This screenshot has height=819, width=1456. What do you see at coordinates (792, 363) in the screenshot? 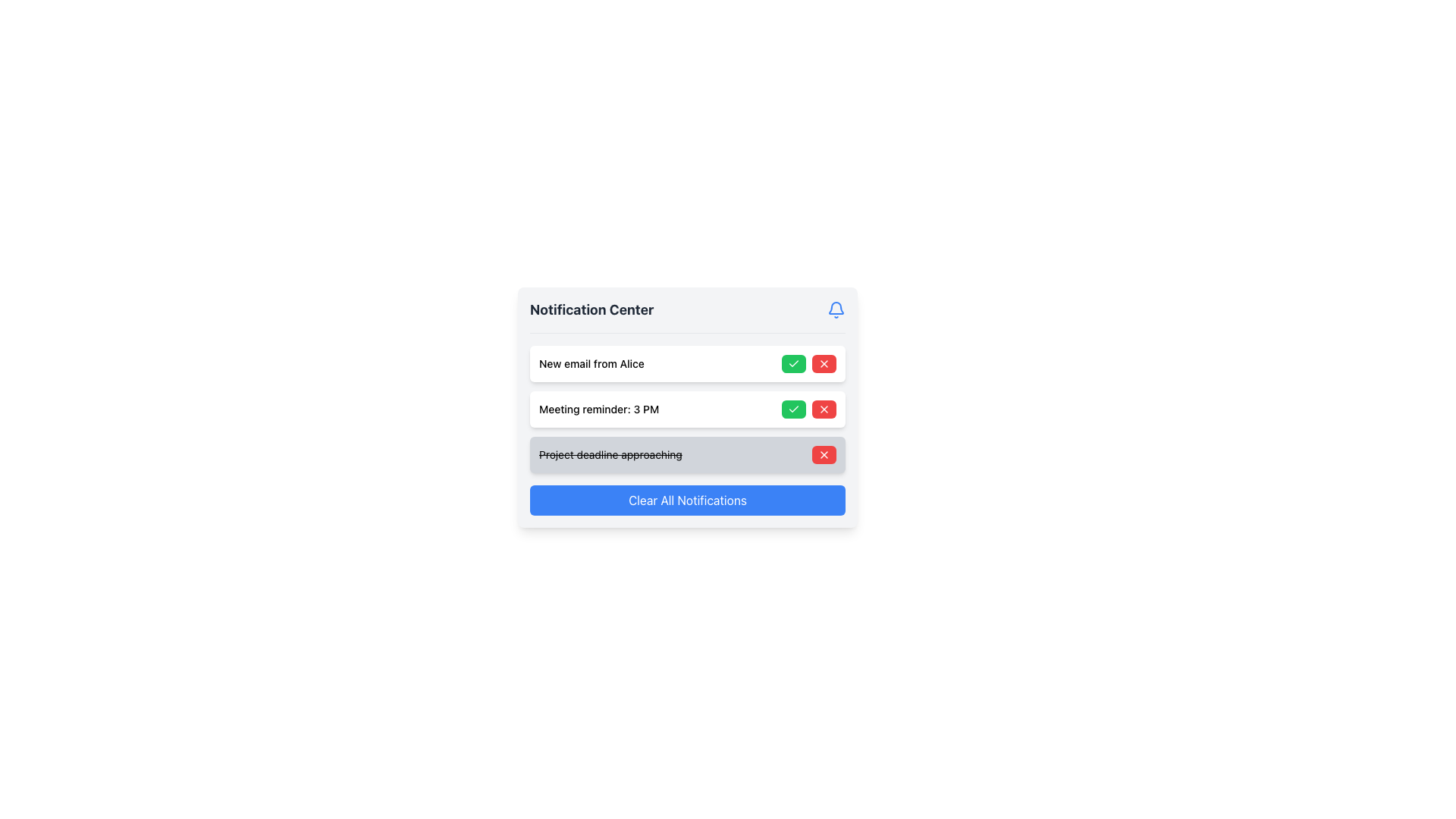
I see `the green circular checkmark button to confirm the notification from 'New email from Alice'` at bounding box center [792, 363].